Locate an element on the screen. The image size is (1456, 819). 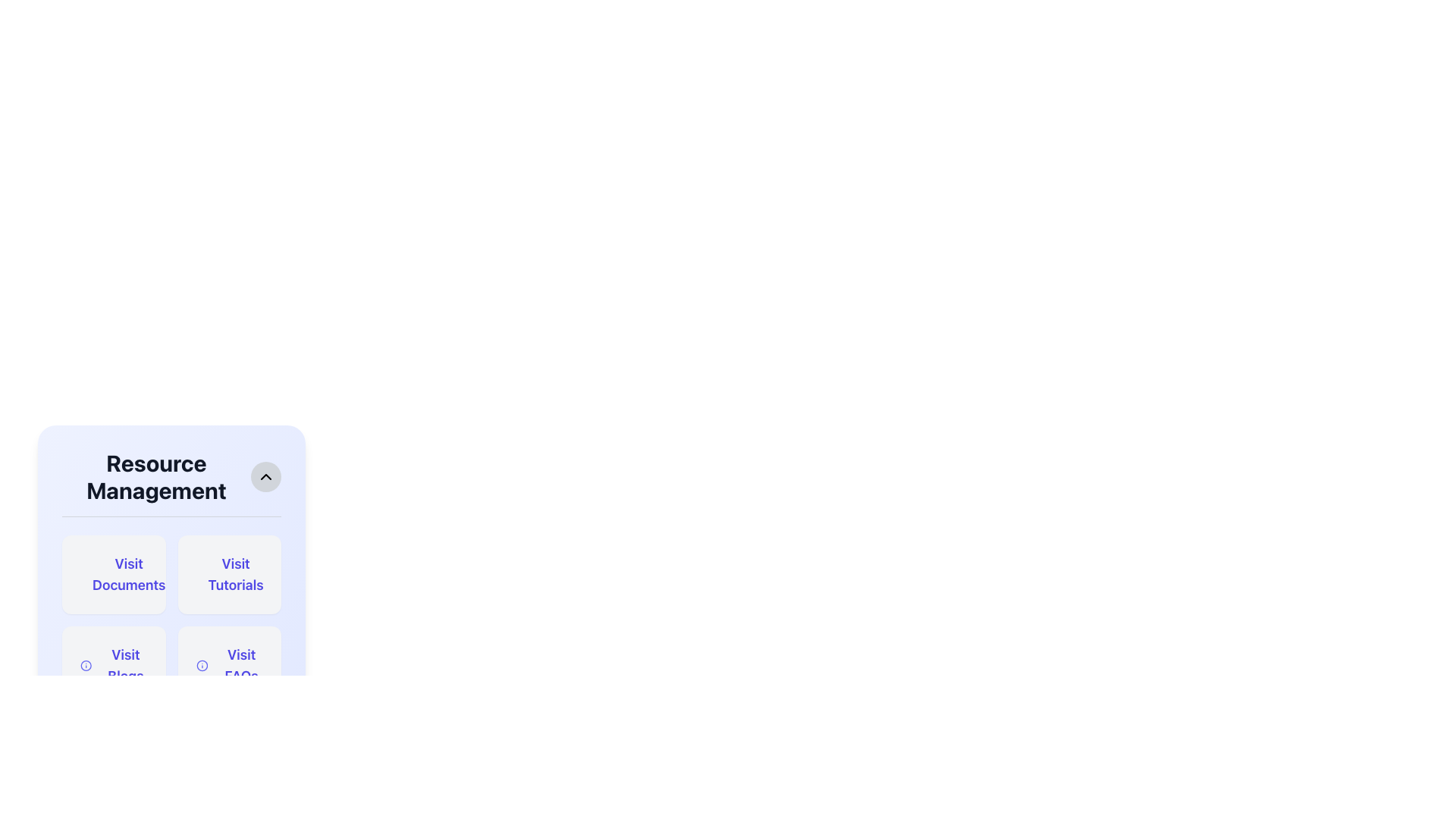
the 'Visit Documents' button, which is a rectangular button with a light gray background and bold purple text is located at coordinates (112, 575).